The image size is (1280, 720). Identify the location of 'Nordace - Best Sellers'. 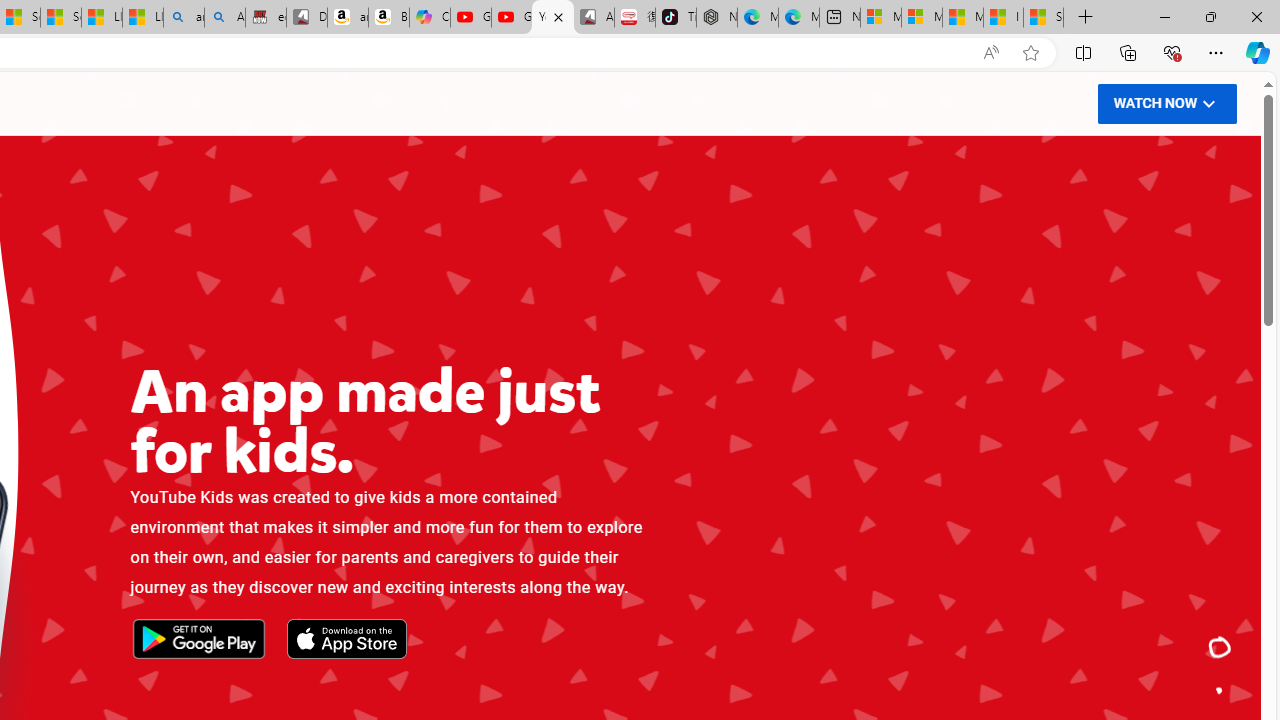
(717, 17).